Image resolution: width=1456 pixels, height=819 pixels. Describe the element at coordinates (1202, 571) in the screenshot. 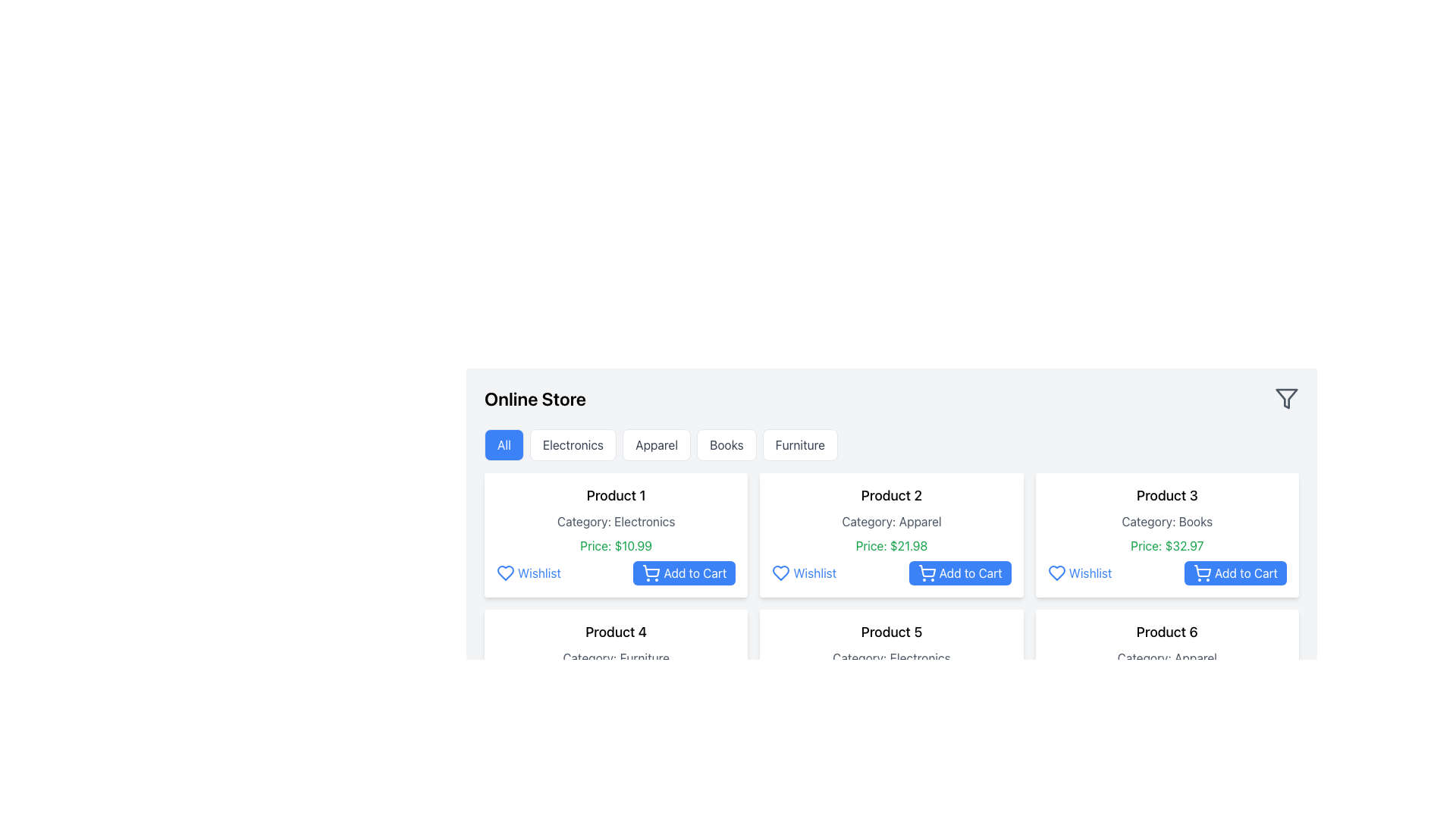

I see `the decorative icon that symbolizes adding 'Product 3' to the shopping cart, located at the bottom right of the product card` at that location.